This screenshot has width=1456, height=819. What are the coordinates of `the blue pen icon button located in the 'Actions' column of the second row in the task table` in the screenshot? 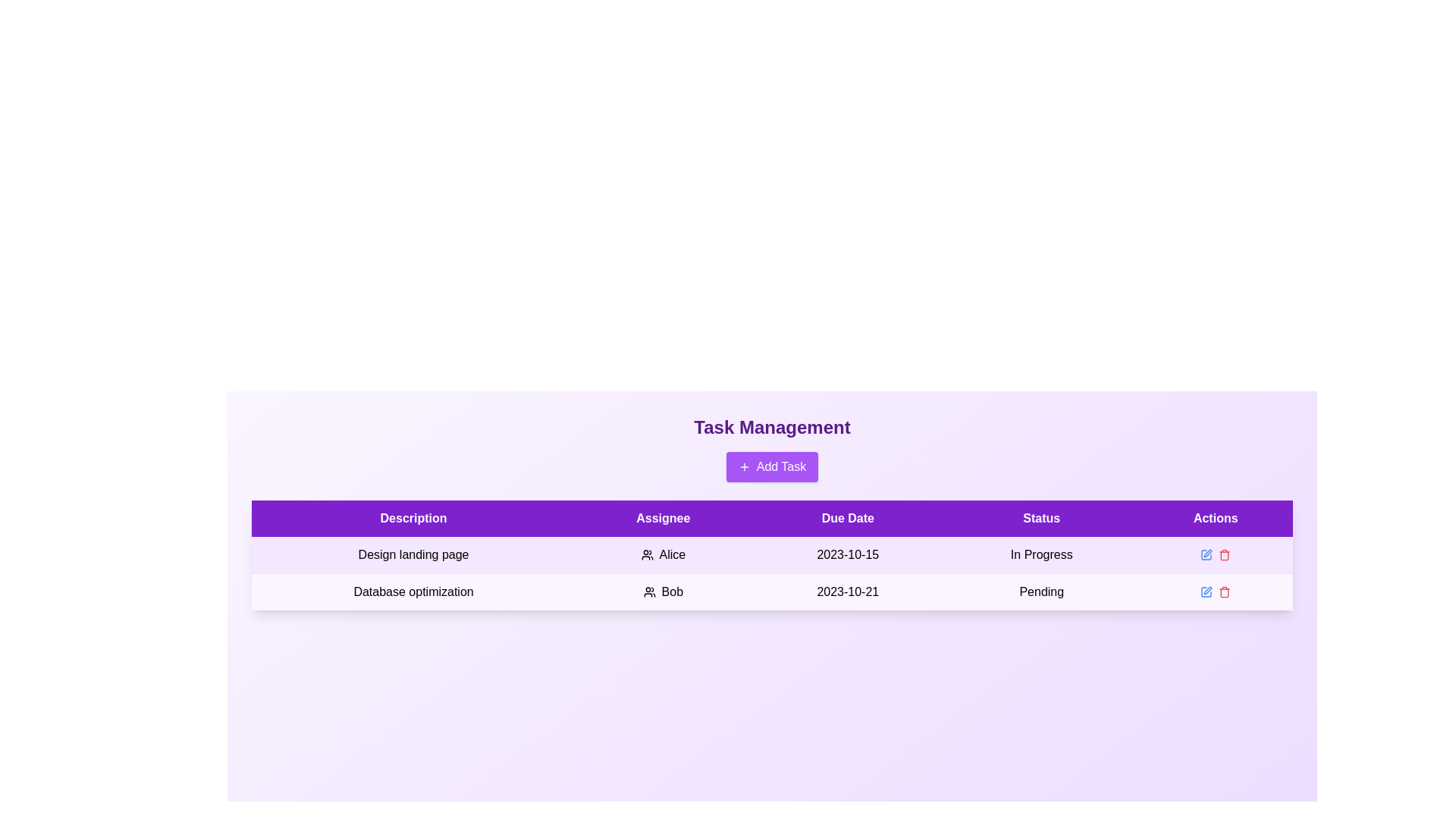 It's located at (1206, 555).